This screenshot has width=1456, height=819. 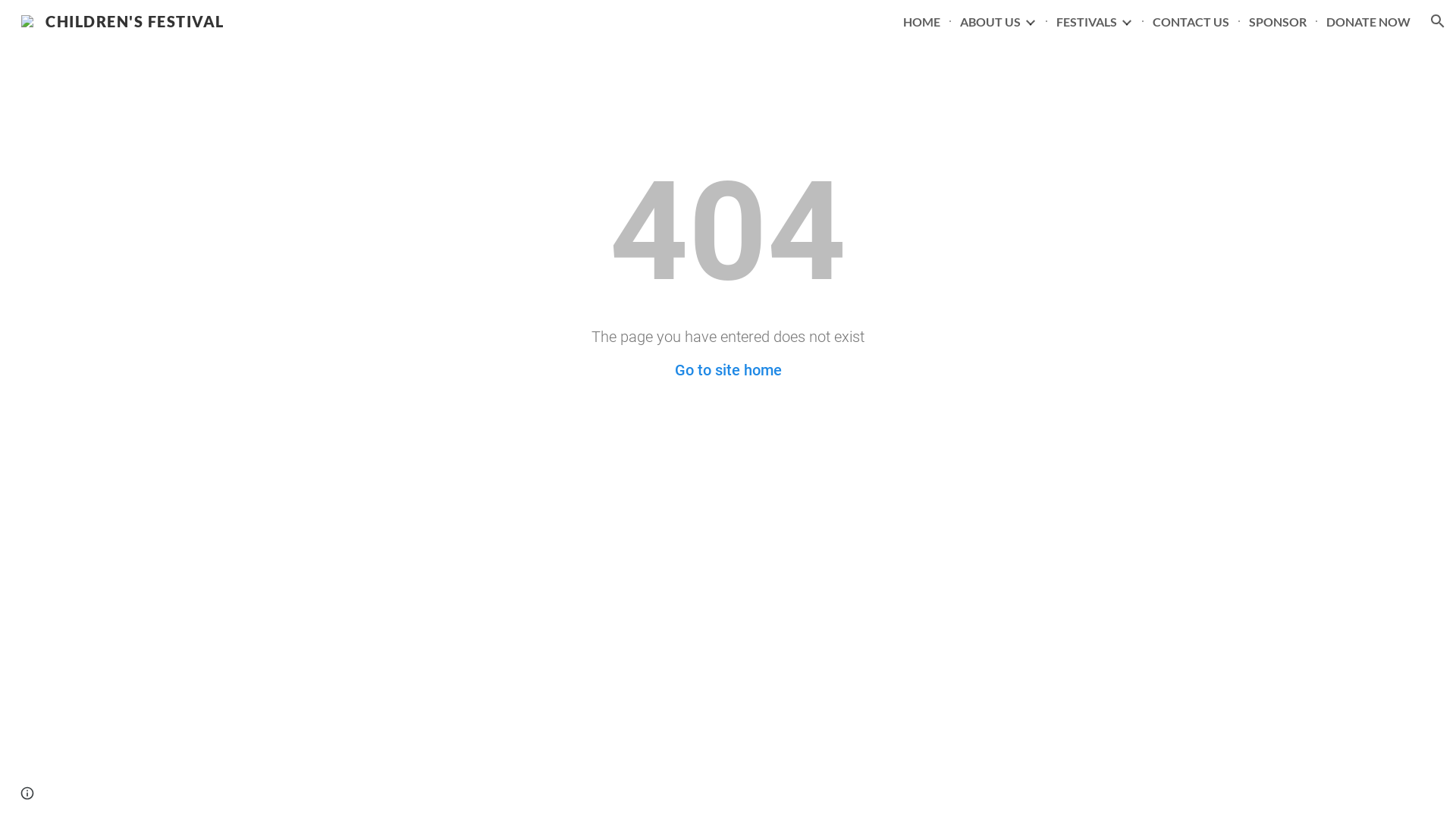 What do you see at coordinates (1276, 20) in the screenshot?
I see `'SPONSOR'` at bounding box center [1276, 20].